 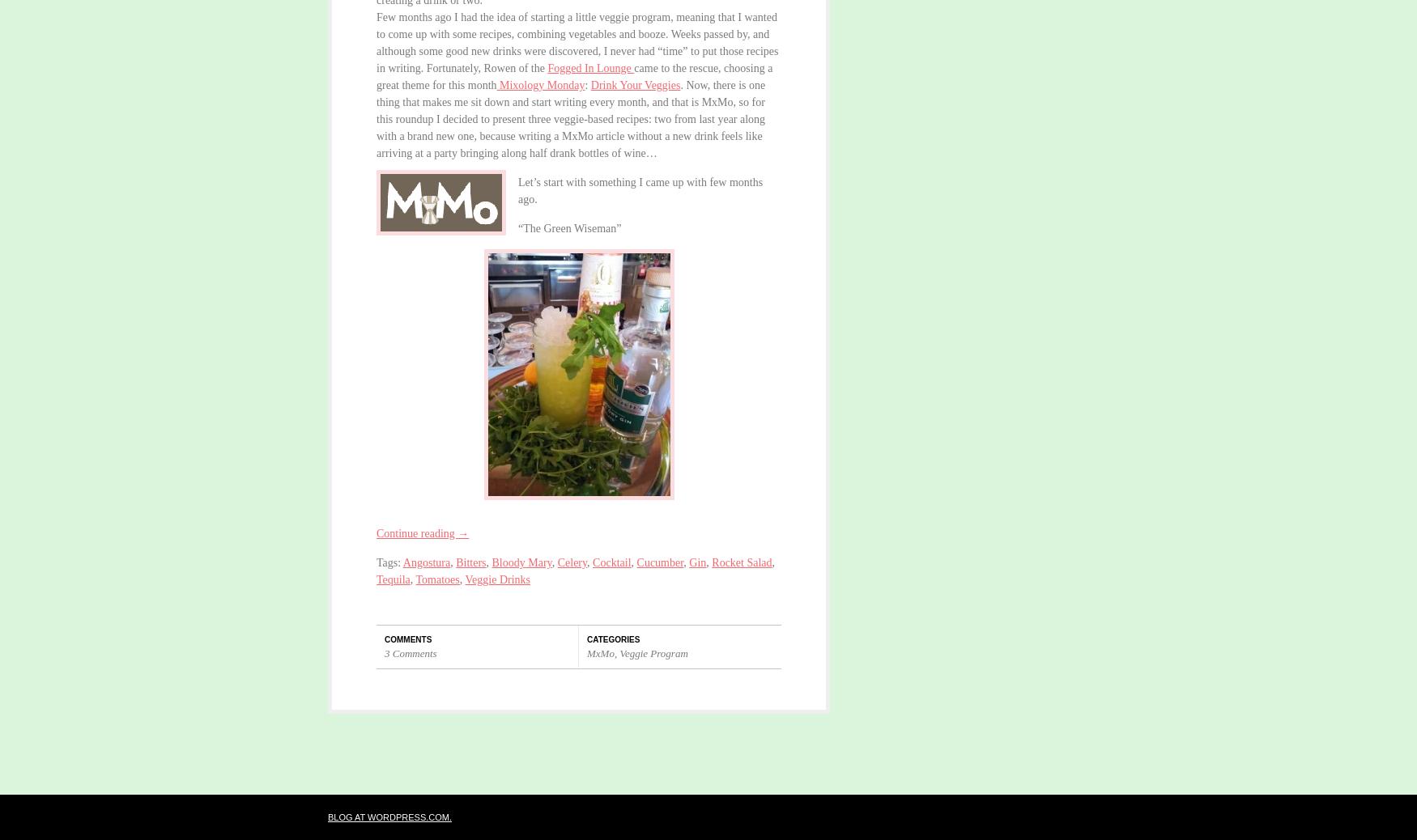 I want to click on ':', so click(x=587, y=84).